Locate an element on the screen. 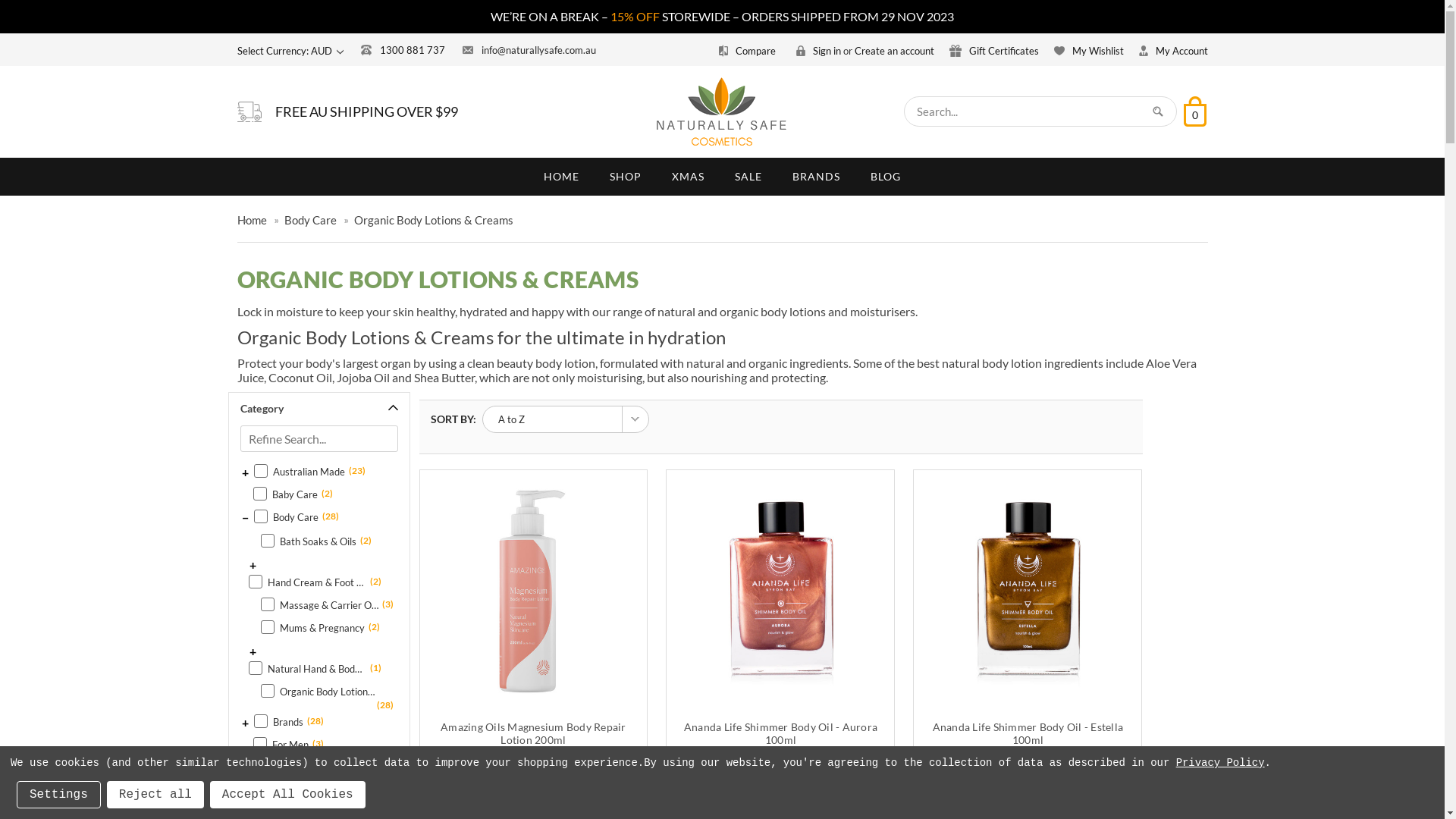 This screenshot has height=819, width=1456. 'Sign in' is located at coordinates (817, 49).